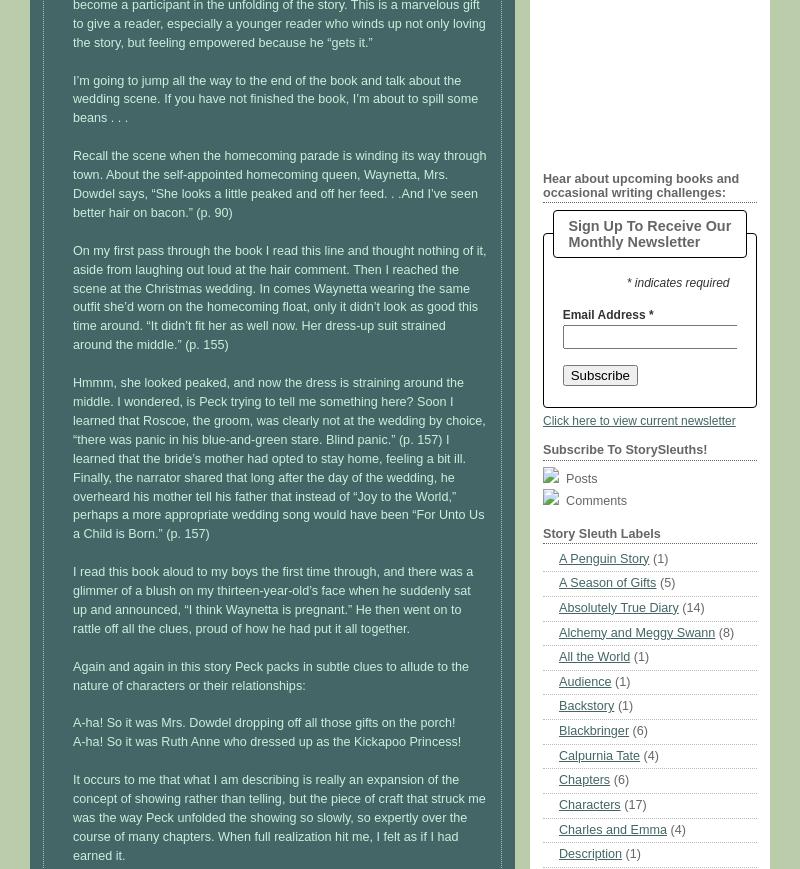 The width and height of the screenshot is (800, 869). I want to click on 'All the World', so click(593, 656).